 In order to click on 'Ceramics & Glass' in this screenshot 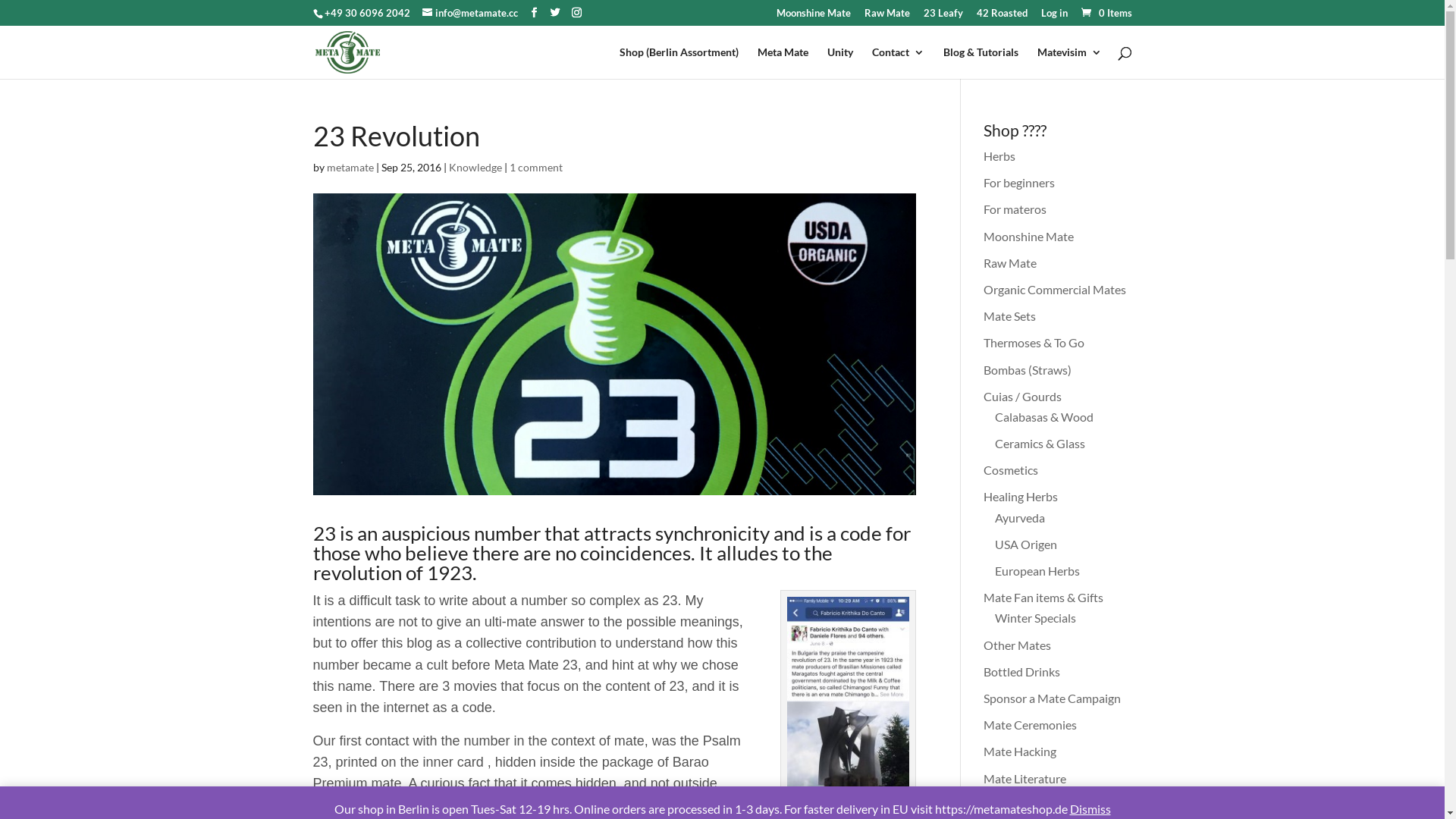, I will do `click(994, 443)`.